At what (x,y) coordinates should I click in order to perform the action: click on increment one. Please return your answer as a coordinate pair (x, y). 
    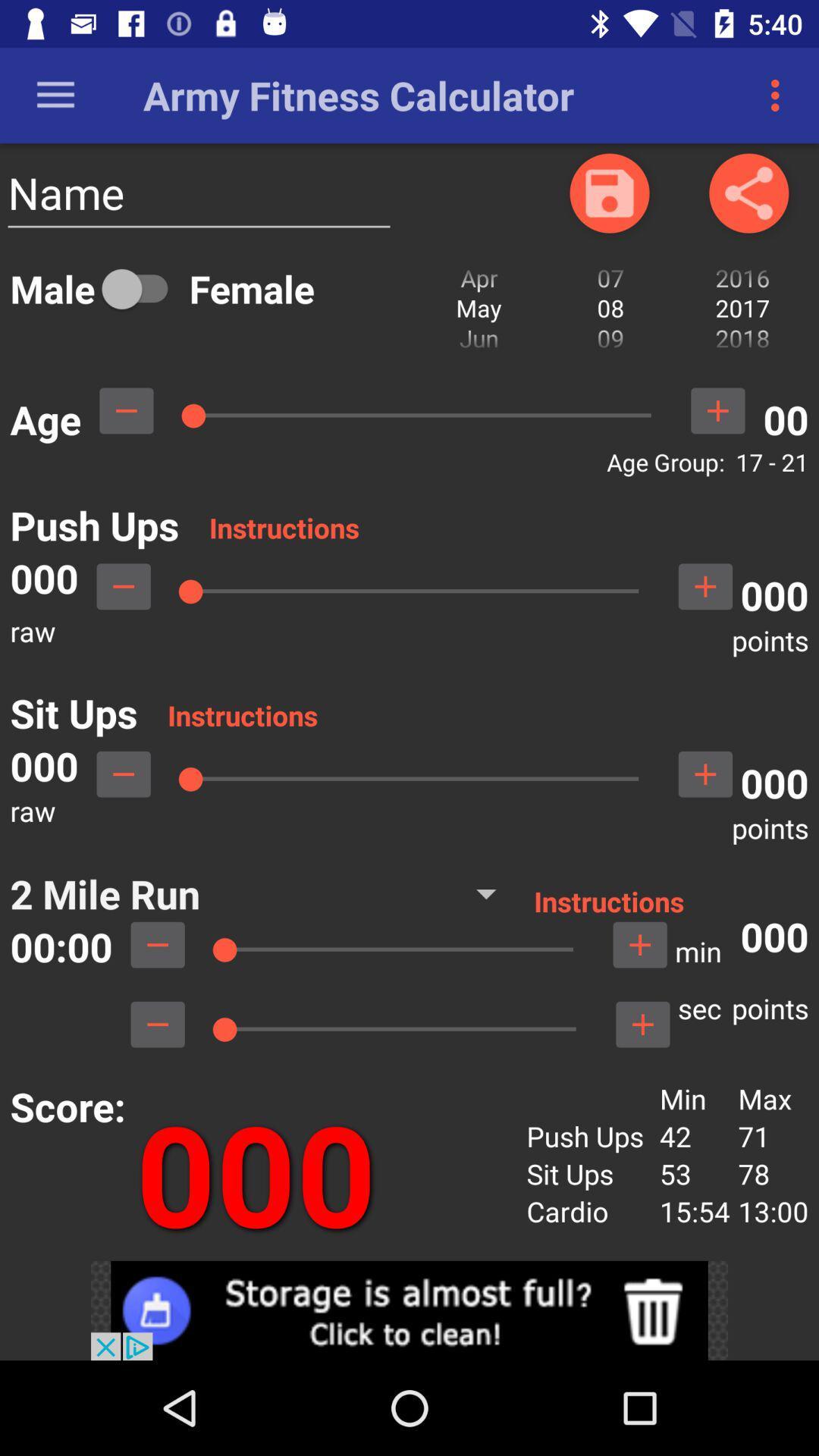
    Looking at the image, I should click on (705, 774).